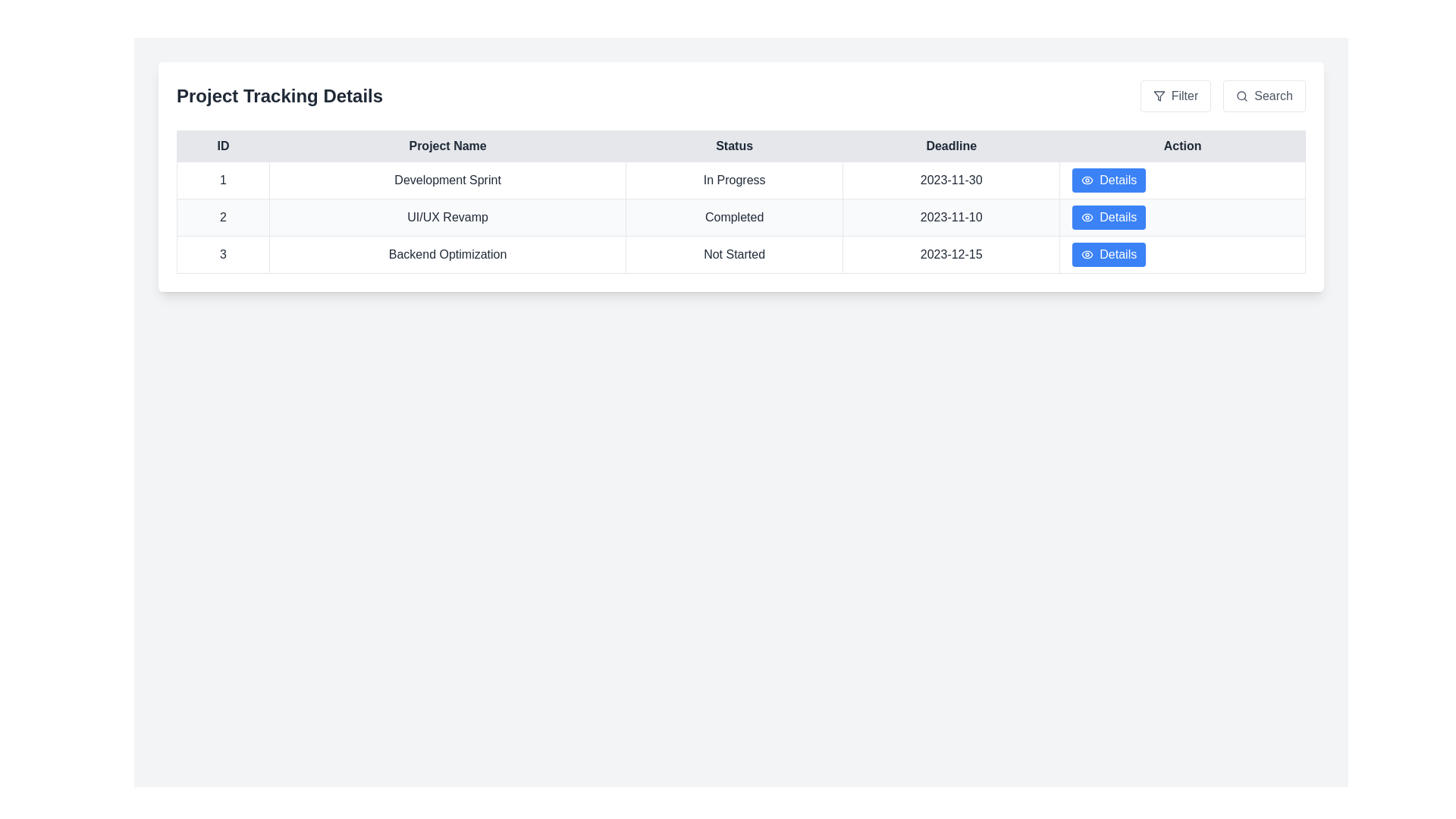 The height and width of the screenshot is (819, 1456). Describe the element at coordinates (1181, 253) in the screenshot. I see `the button in the last row of the table under the 'Action' column` at that location.